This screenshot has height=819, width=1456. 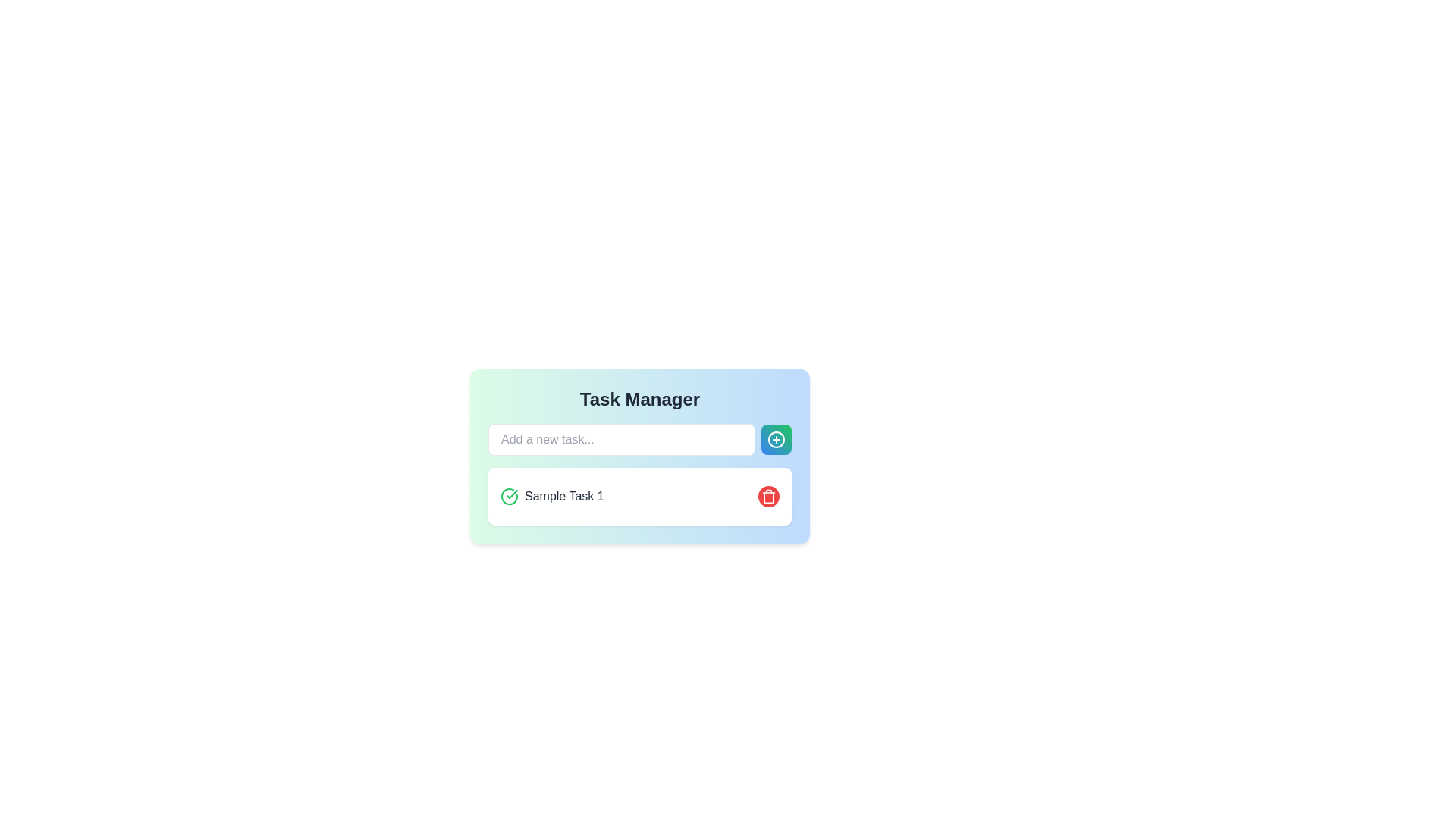 I want to click on the button located to the right of the text input field with the placeholder 'Add a new task...' to change its gradient, so click(x=776, y=439).